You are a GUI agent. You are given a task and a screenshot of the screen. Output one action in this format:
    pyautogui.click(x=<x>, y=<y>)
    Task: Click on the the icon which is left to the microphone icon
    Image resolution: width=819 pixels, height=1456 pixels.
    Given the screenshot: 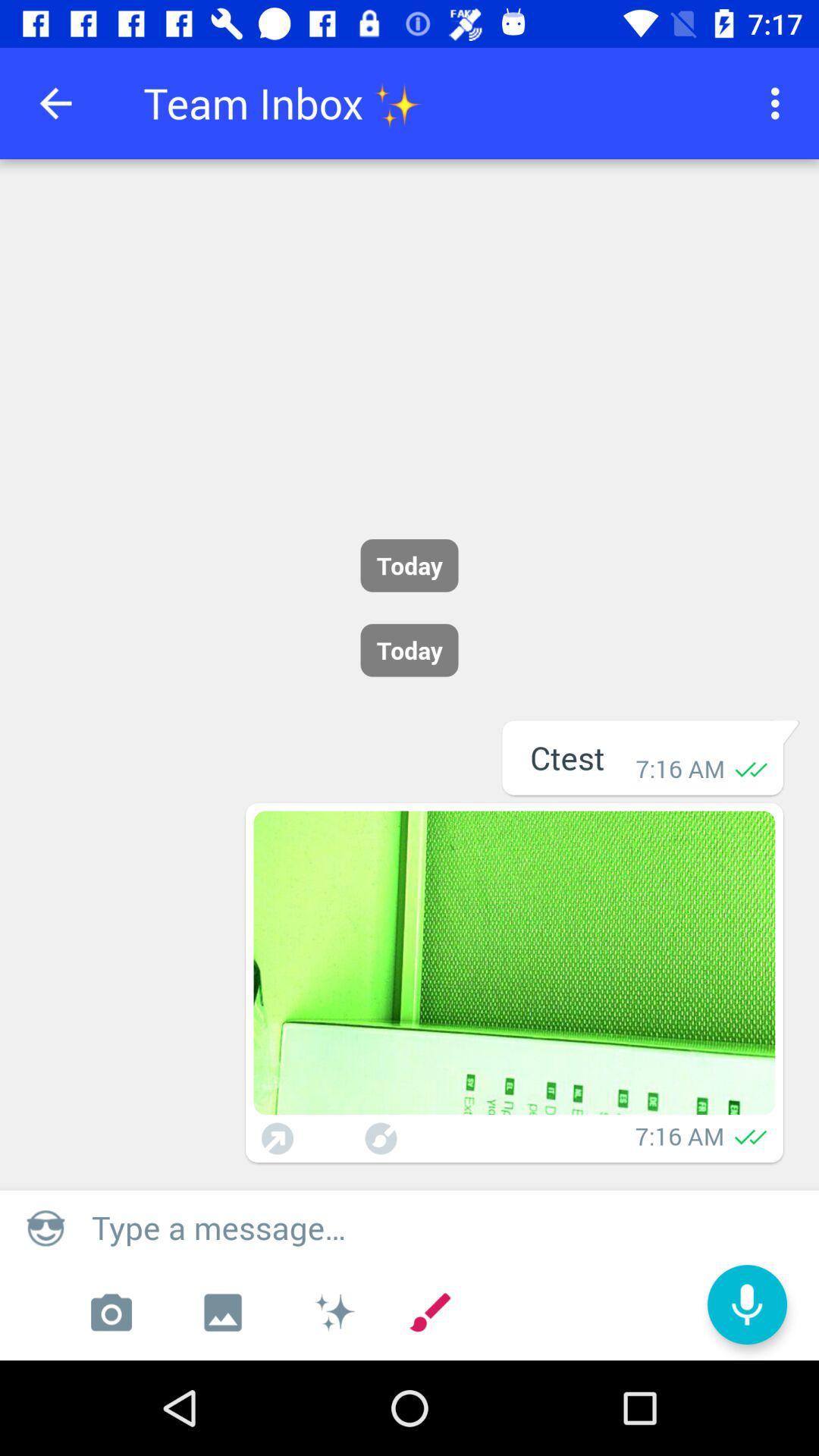 What is the action you would take?
    pyautogui.click(x=430, y=1312)
    